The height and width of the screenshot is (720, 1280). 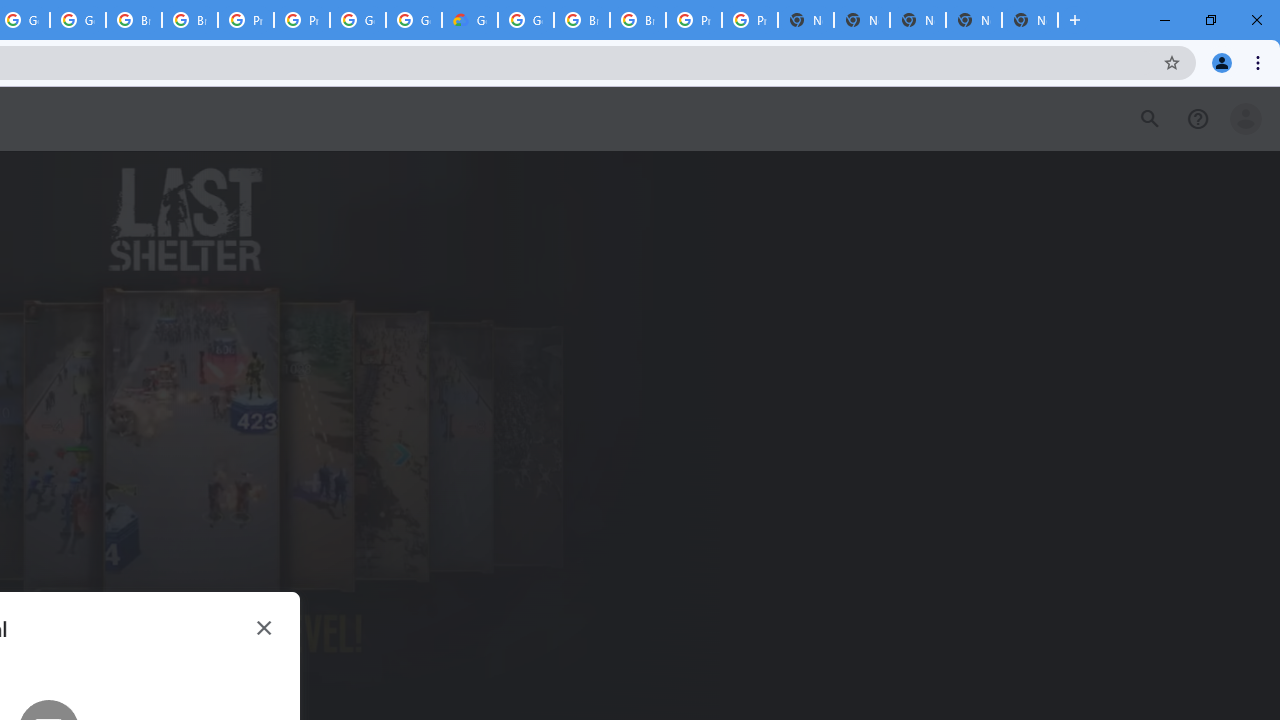 What do you see at coordinates (581, 20) in the screenshot?
I see `'Browse Chrome as a guest - Computer - Google Chrome Help'` at bounding box center [581, 20].